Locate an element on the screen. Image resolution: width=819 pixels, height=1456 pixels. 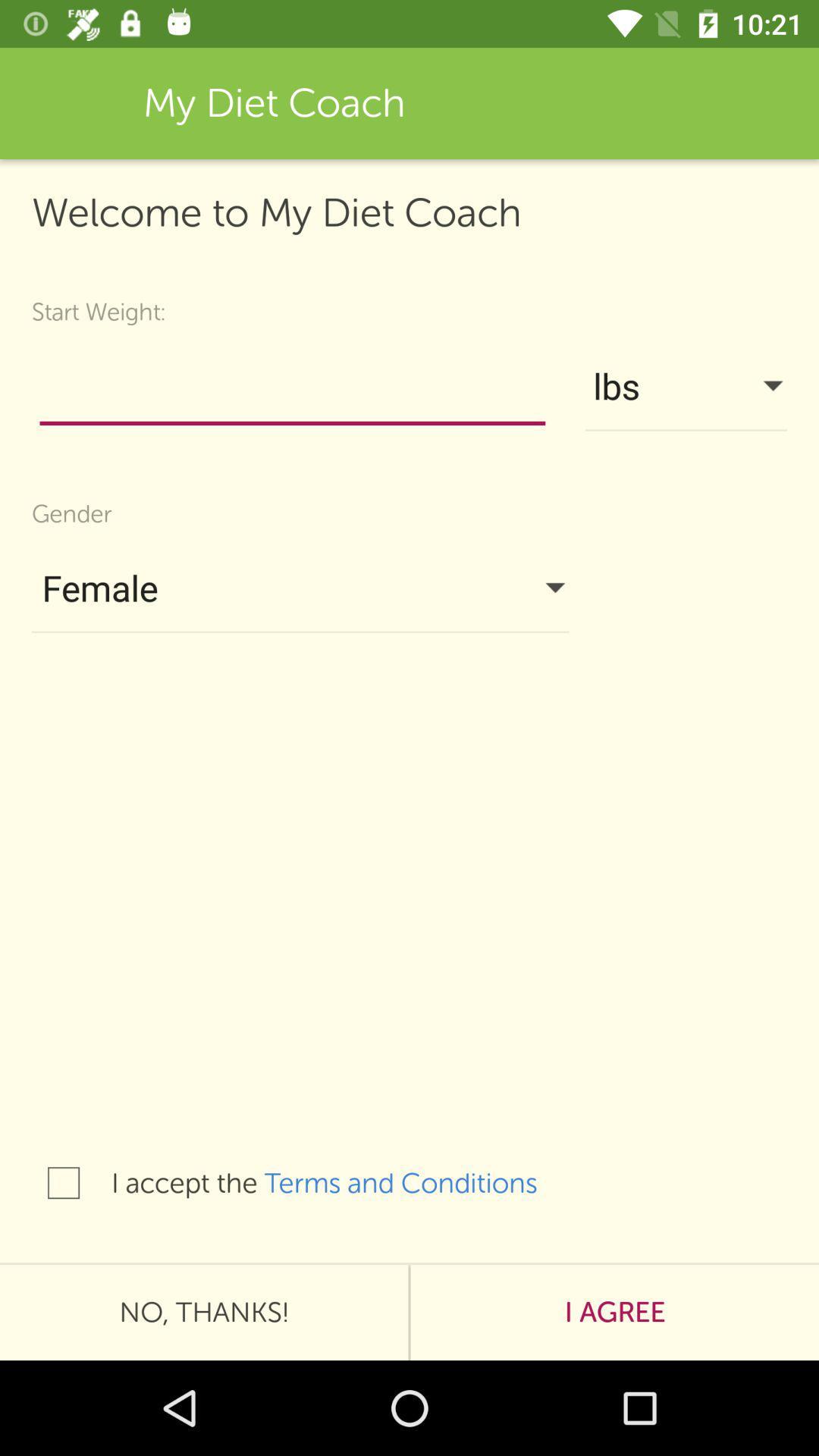
the no, thanks! is located at coordinates (203, 1312).